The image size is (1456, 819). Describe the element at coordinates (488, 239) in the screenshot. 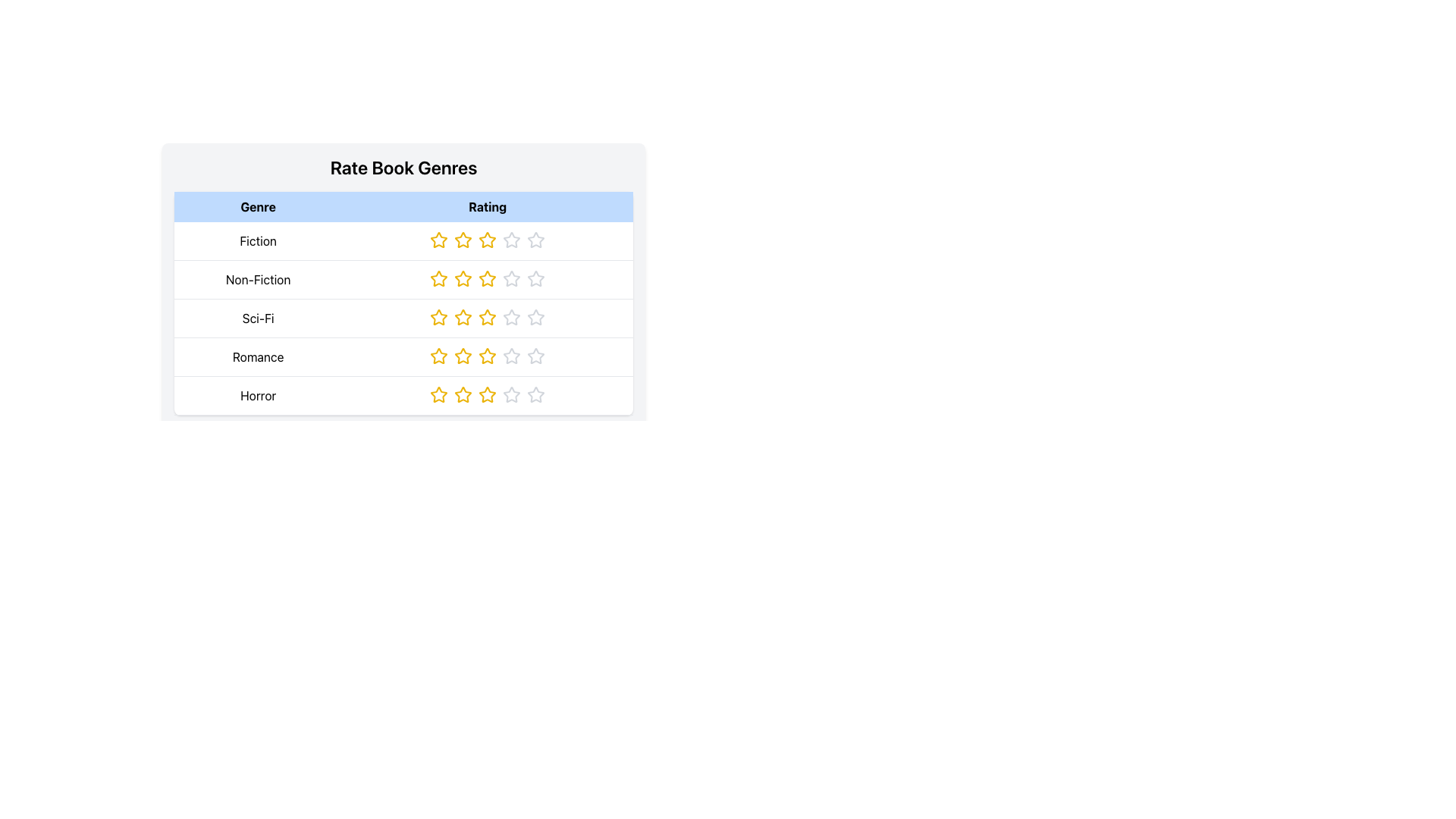

I see `the third star icon in the rating row for the 'Fiction' genre` at that location.